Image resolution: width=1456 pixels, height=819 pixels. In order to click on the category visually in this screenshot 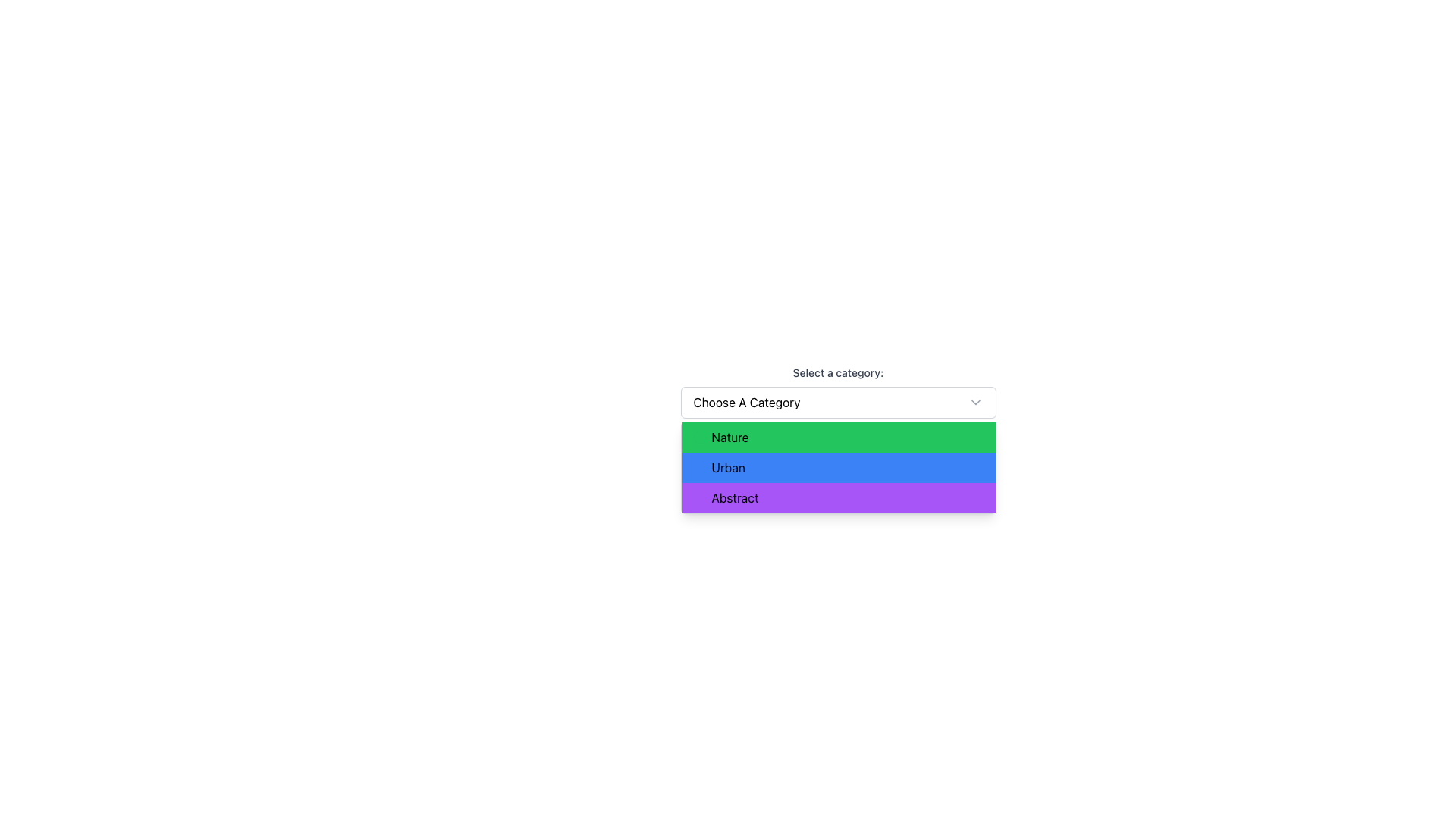, I will do `click(698, 497)`.